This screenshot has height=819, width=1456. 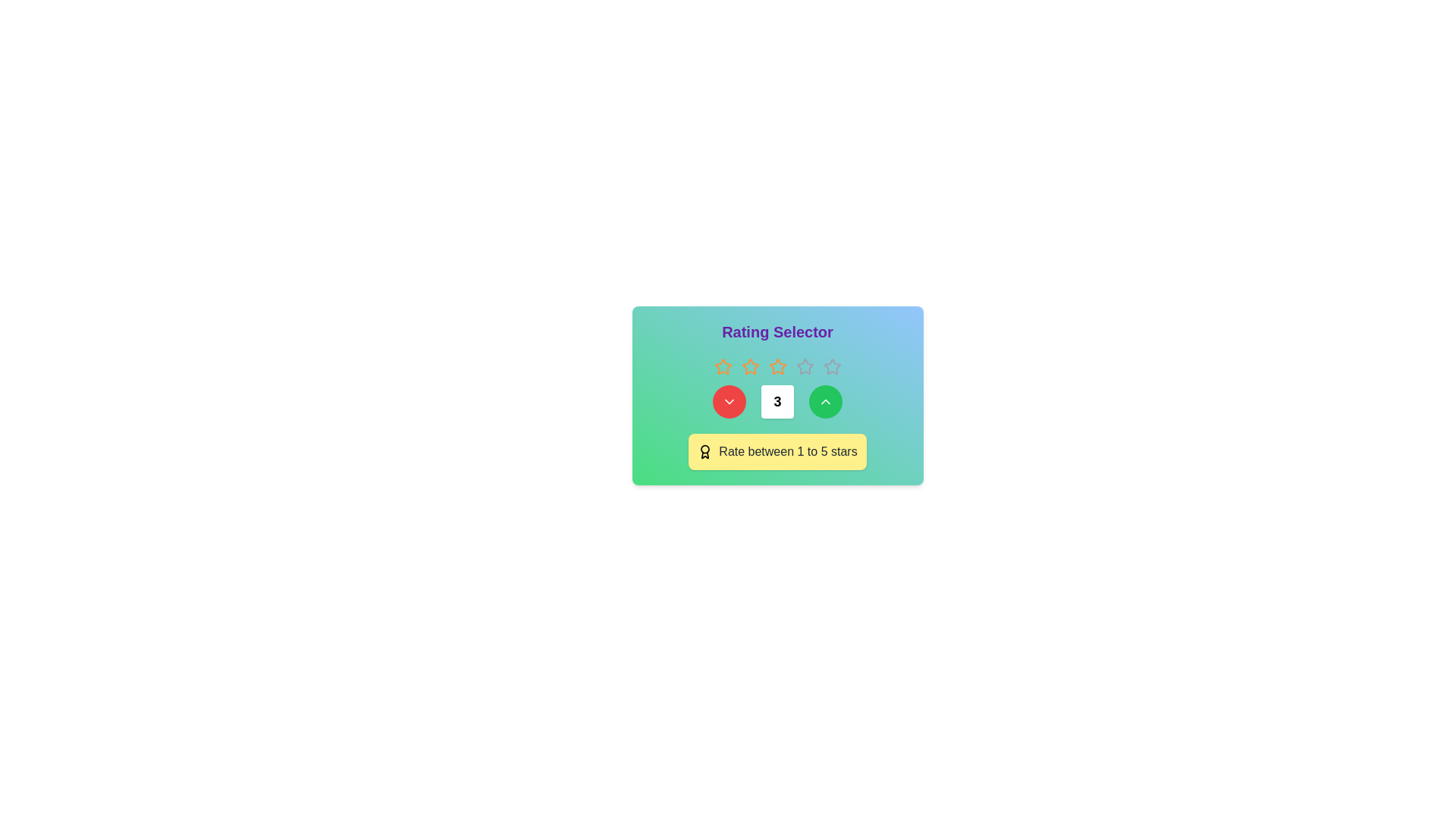 I want to click on the Text with Icon element that provides an explanation for the rating feature, located at the bottom of the card interface, so click(x=777, y=451).